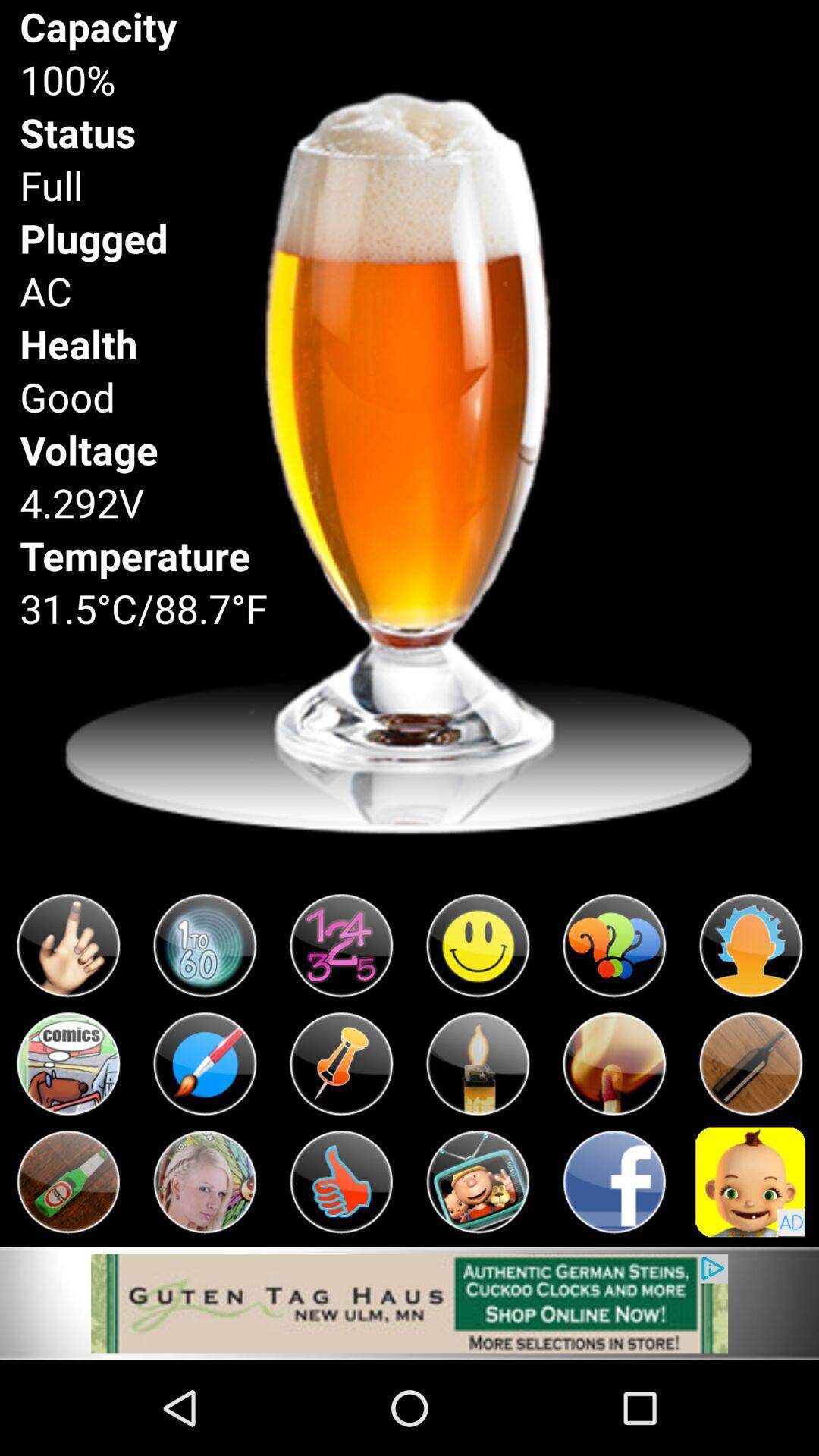 The height and width of the screenshot is (1456, 819). What do you see at coordinates (614, 1265) in the screenshot?
I see `the facebook icon` at bounding box center [614, 1265].